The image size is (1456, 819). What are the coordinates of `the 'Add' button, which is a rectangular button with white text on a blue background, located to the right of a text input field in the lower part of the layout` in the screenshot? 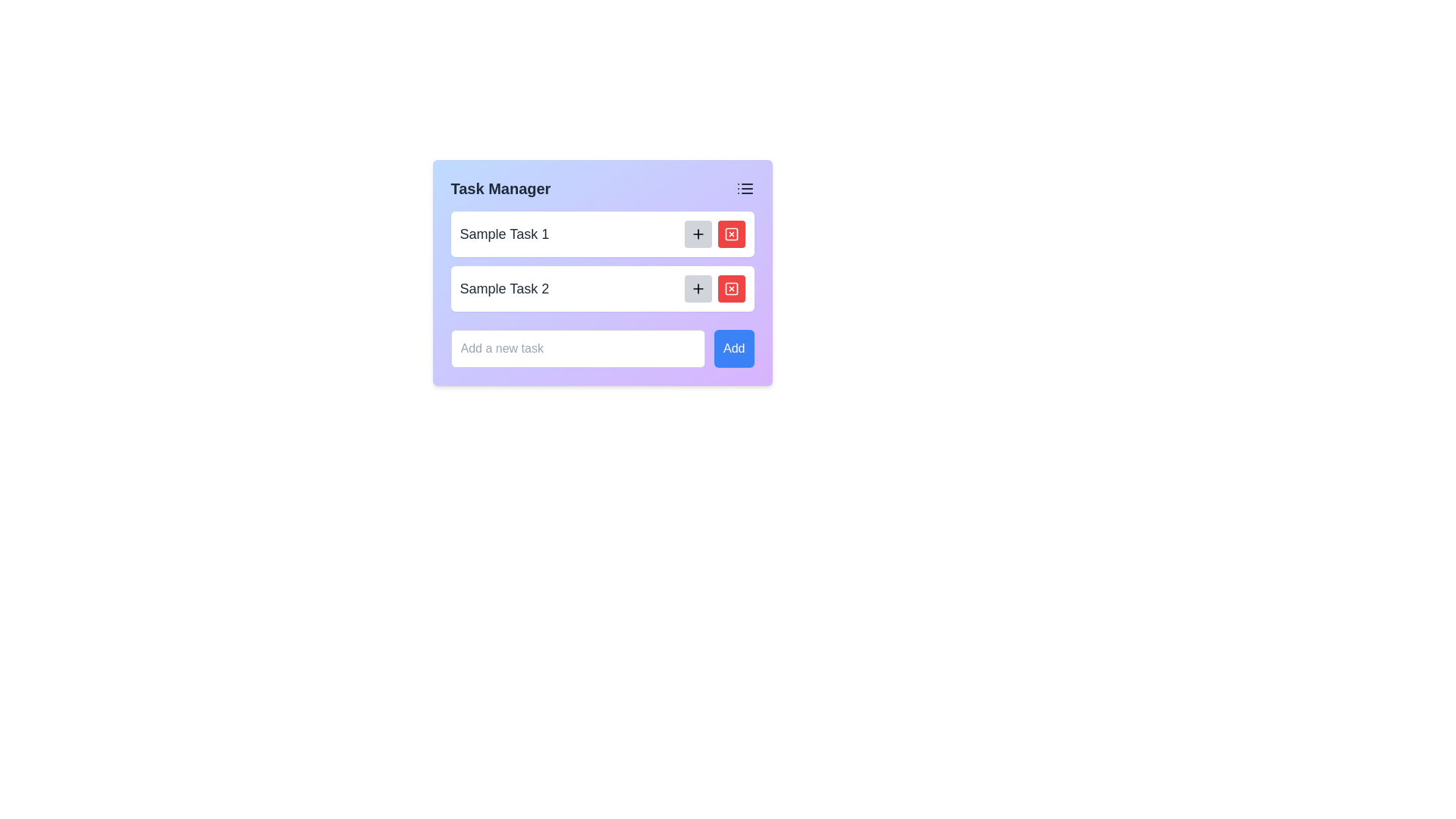 It's located at (734, 348).